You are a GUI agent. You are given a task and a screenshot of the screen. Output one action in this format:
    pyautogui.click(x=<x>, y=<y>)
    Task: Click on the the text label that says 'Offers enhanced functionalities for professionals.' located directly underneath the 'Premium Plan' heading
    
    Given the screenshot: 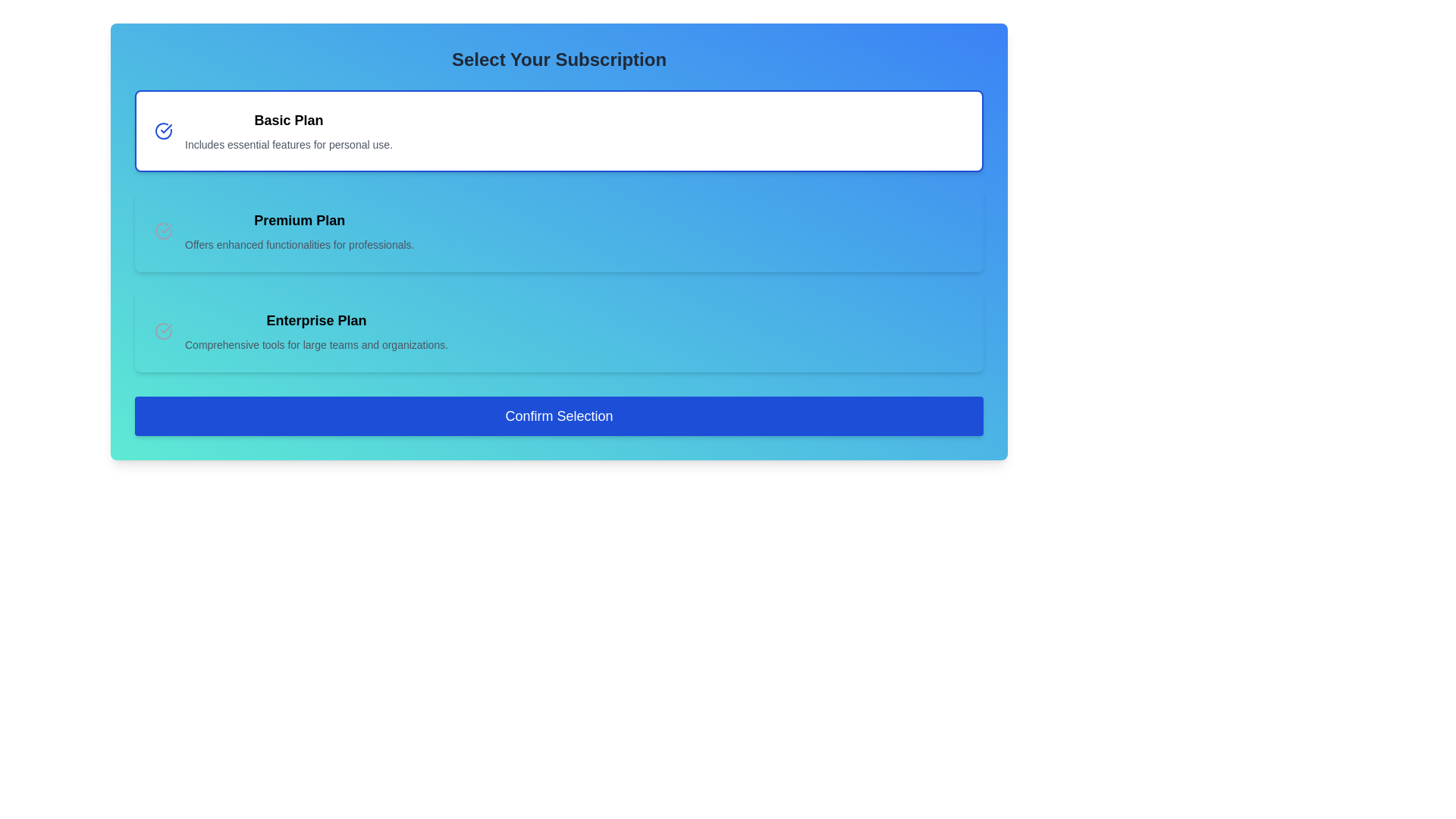 What is the action you would take?
    pyautogui.click(x=300, y=244)
    